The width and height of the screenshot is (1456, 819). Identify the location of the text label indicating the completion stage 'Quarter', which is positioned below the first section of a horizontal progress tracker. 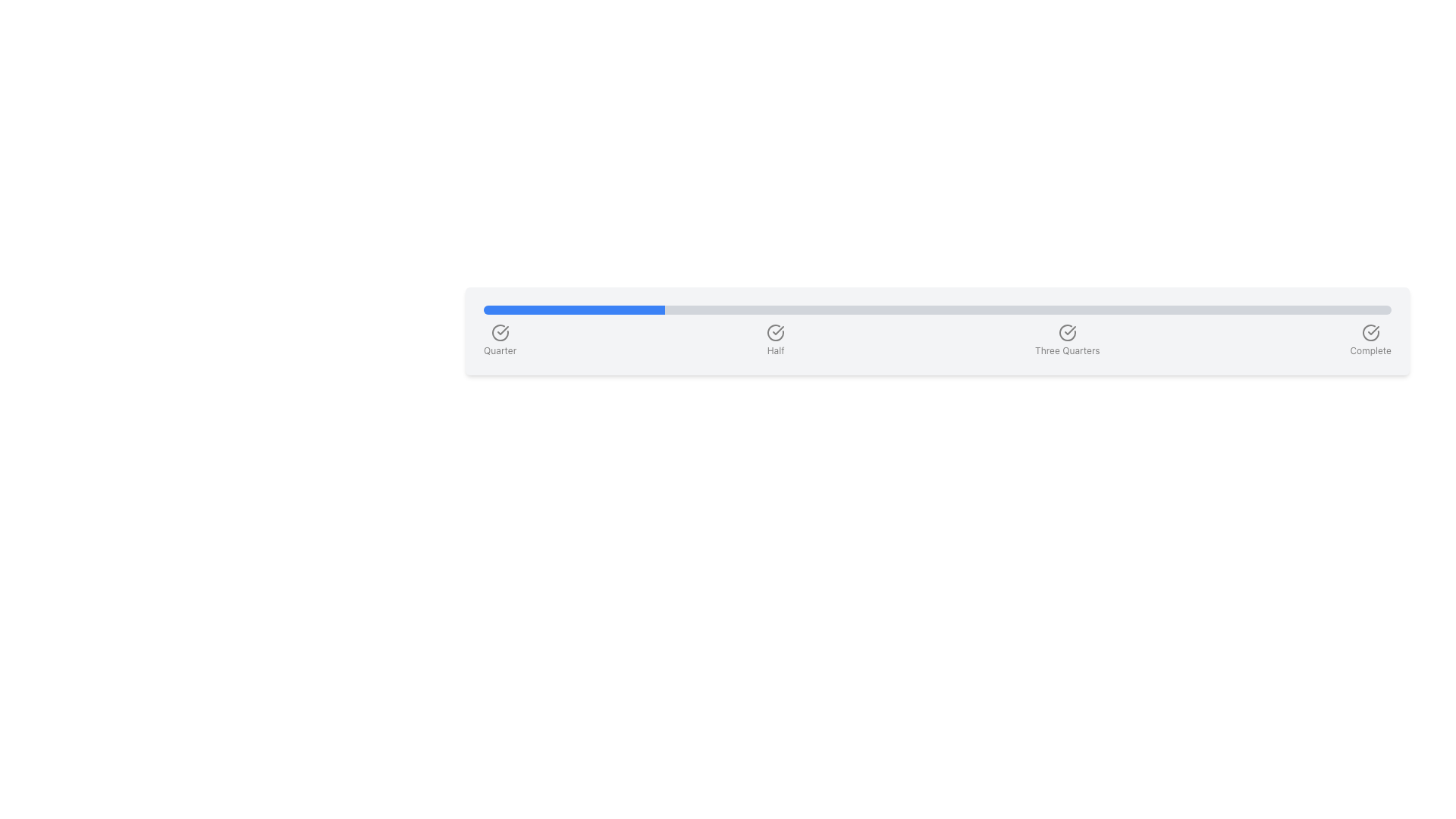
(500, 350).